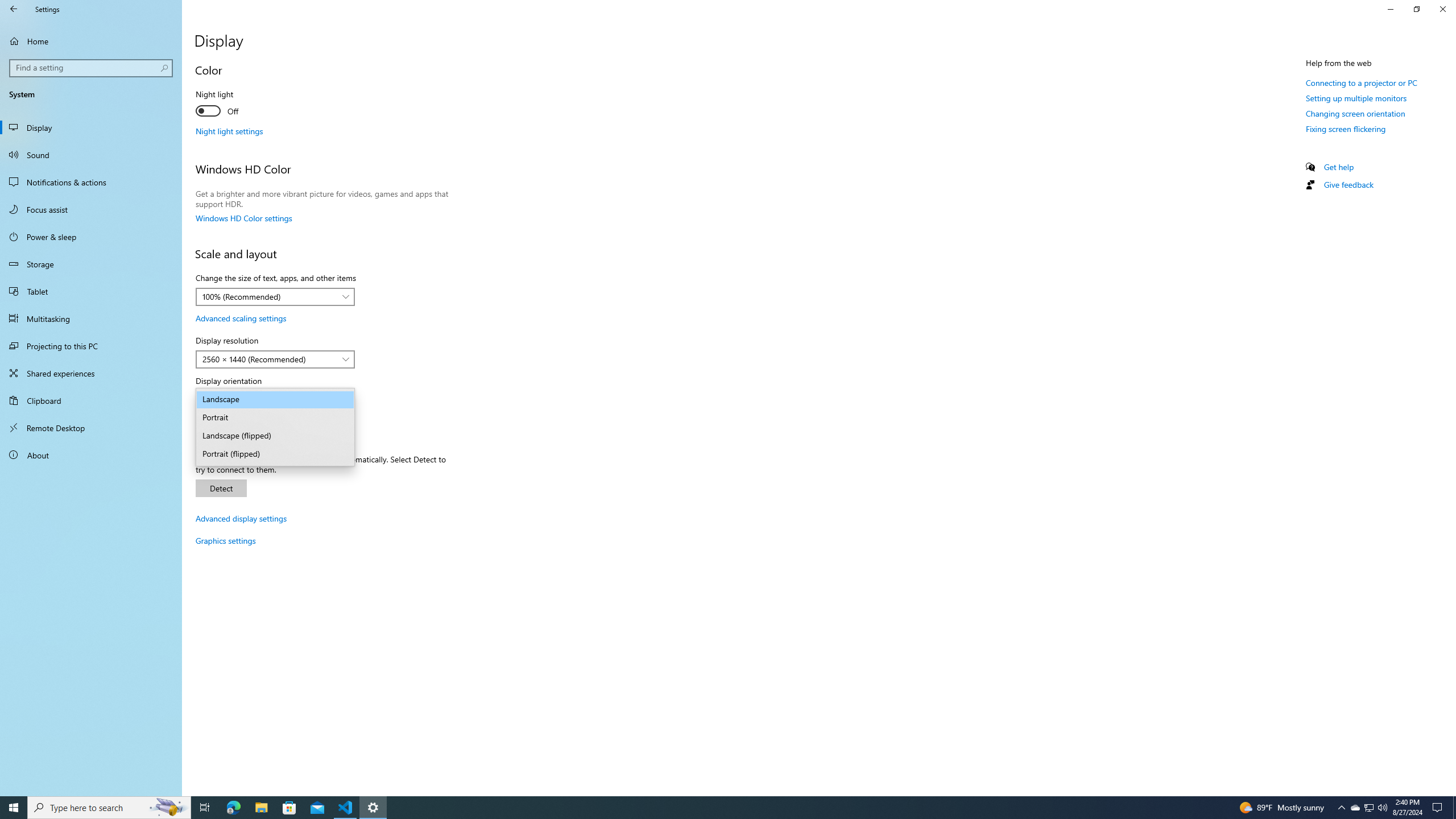  What do you see at coordinates (109, 806) in the screenshot?
I see `'Type here to search'` at bounding box center [109, 806].